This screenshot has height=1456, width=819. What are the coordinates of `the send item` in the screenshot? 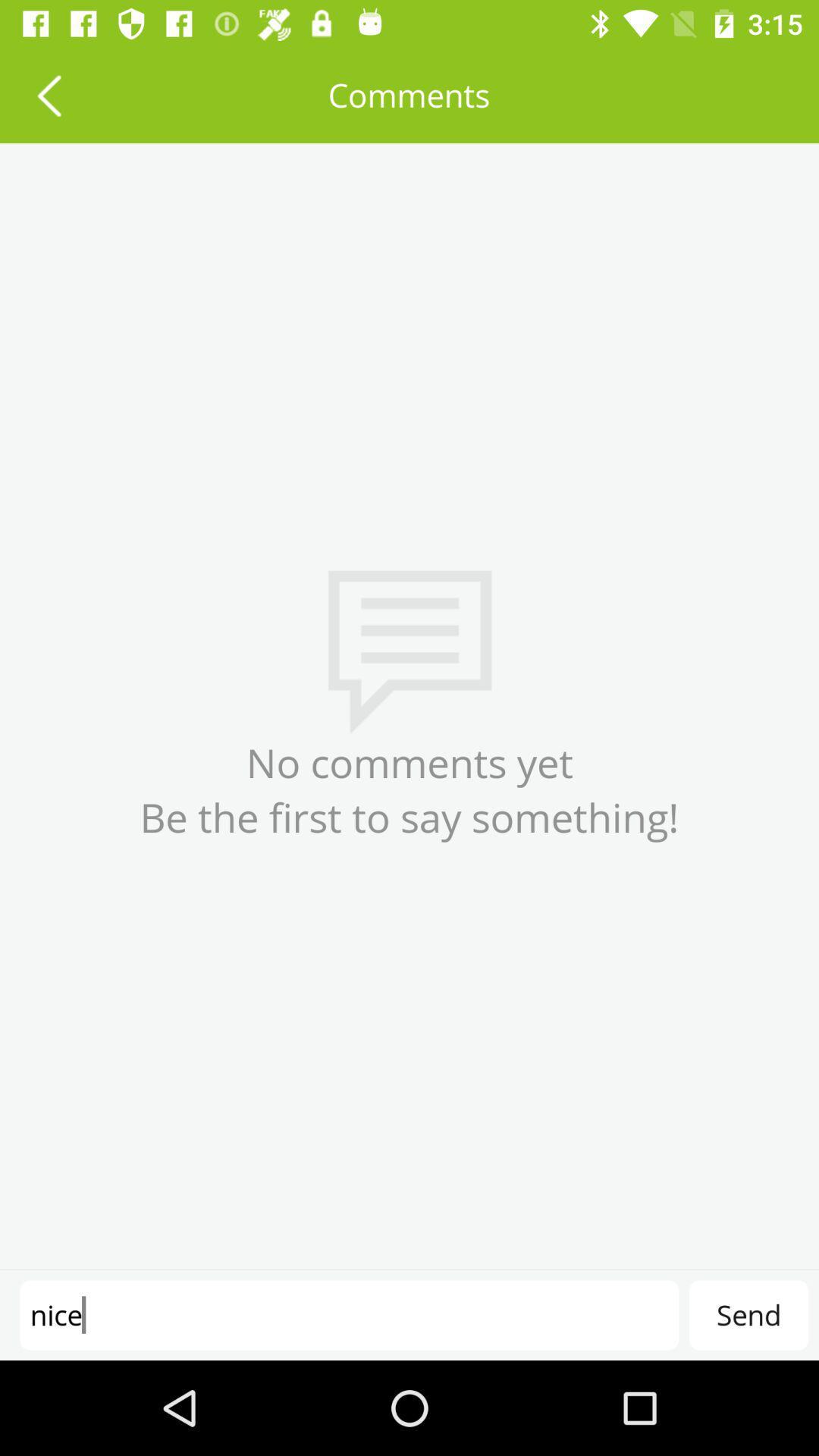 It's located at (748, 1314).